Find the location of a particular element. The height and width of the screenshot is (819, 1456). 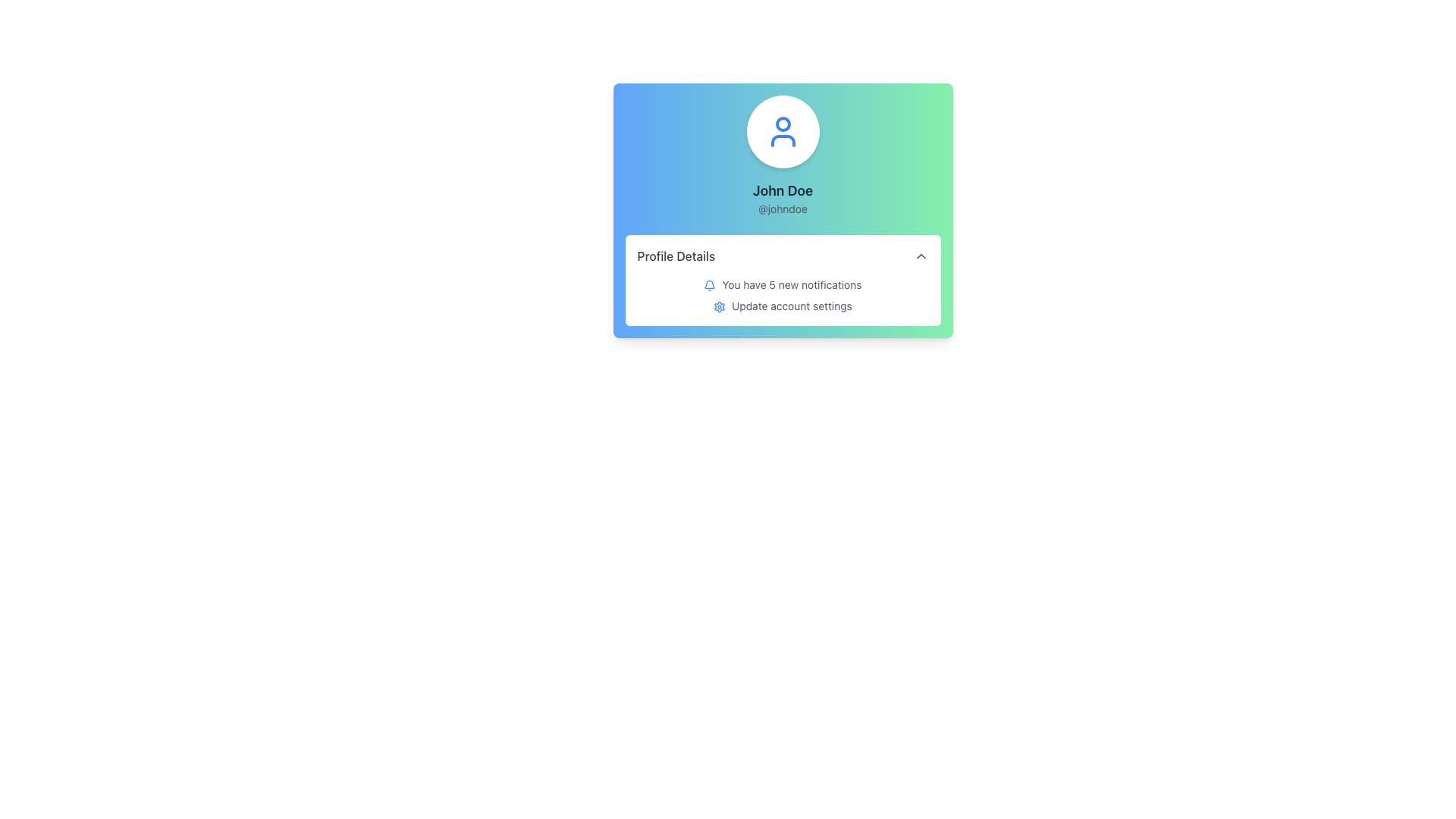

the static notification indicator text display located below the 'Profile Details' heading and above 'Update account settings' is located at coordinates (783, 284).